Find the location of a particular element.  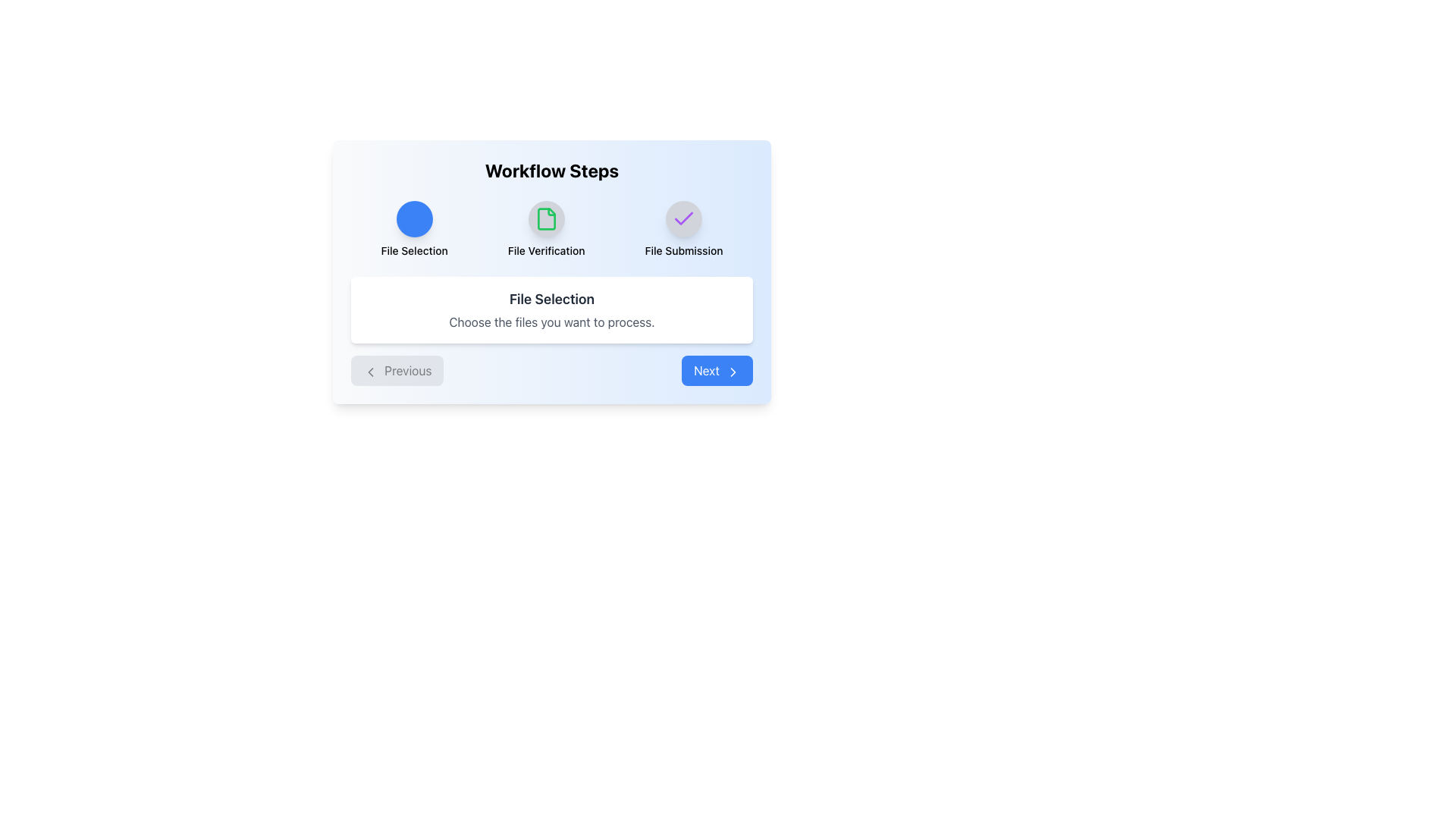

the 'File Verification' icon to advance to the verification step in the workflow process is located at coordinates (546, 219).